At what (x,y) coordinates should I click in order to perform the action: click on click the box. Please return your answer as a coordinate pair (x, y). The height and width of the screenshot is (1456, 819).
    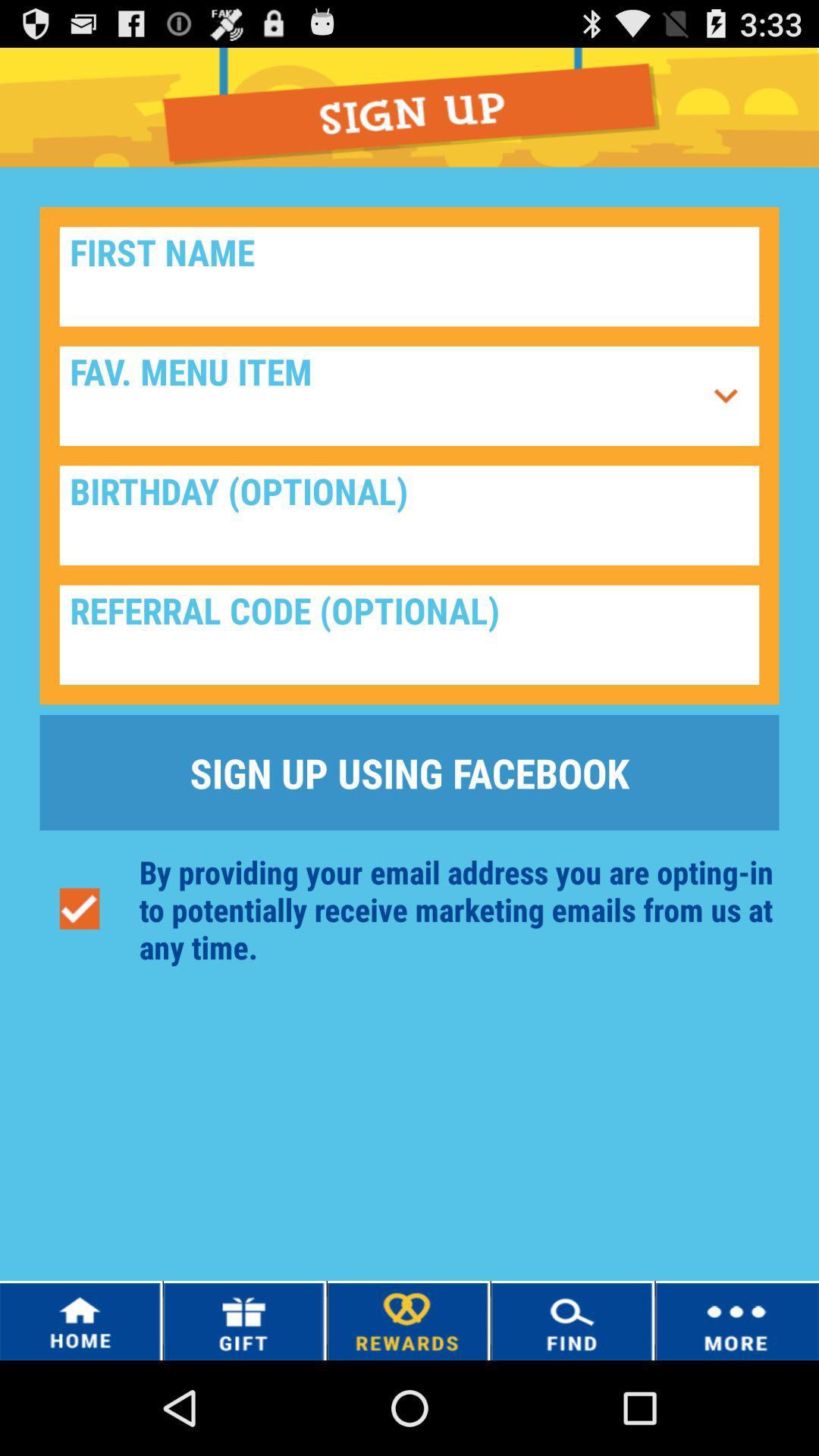
    Looking at the image, I should click on (409, 635).